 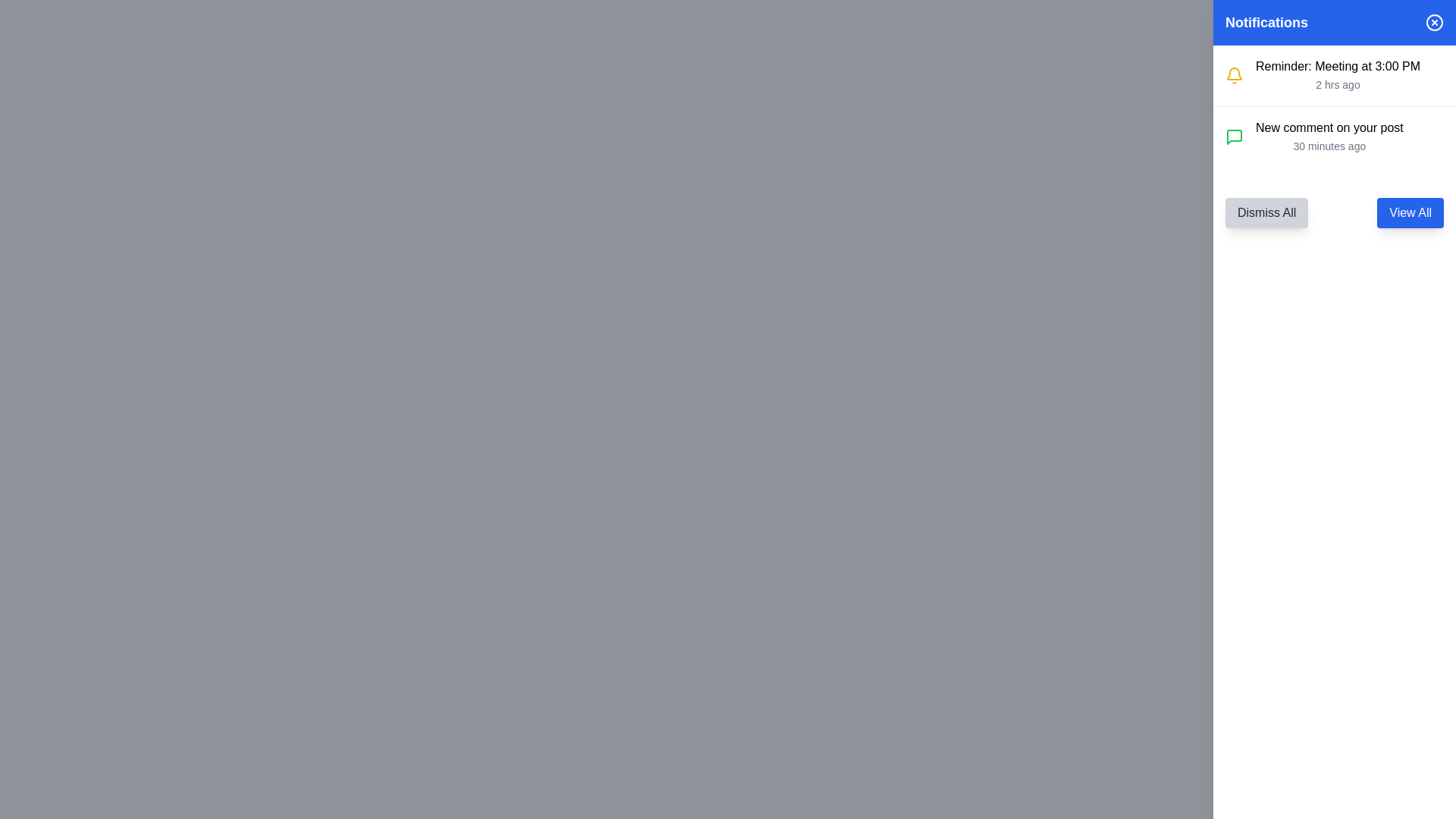 What do you see at coordinates (1329, 146) in the screenshot?
I see `the label displaying '30 minutes ago', which is a small, gray-colored text located in the bottom right corner of the notification pane, aligned with the notification text 'New comment on your post'` at bounding box center [1329, 146].